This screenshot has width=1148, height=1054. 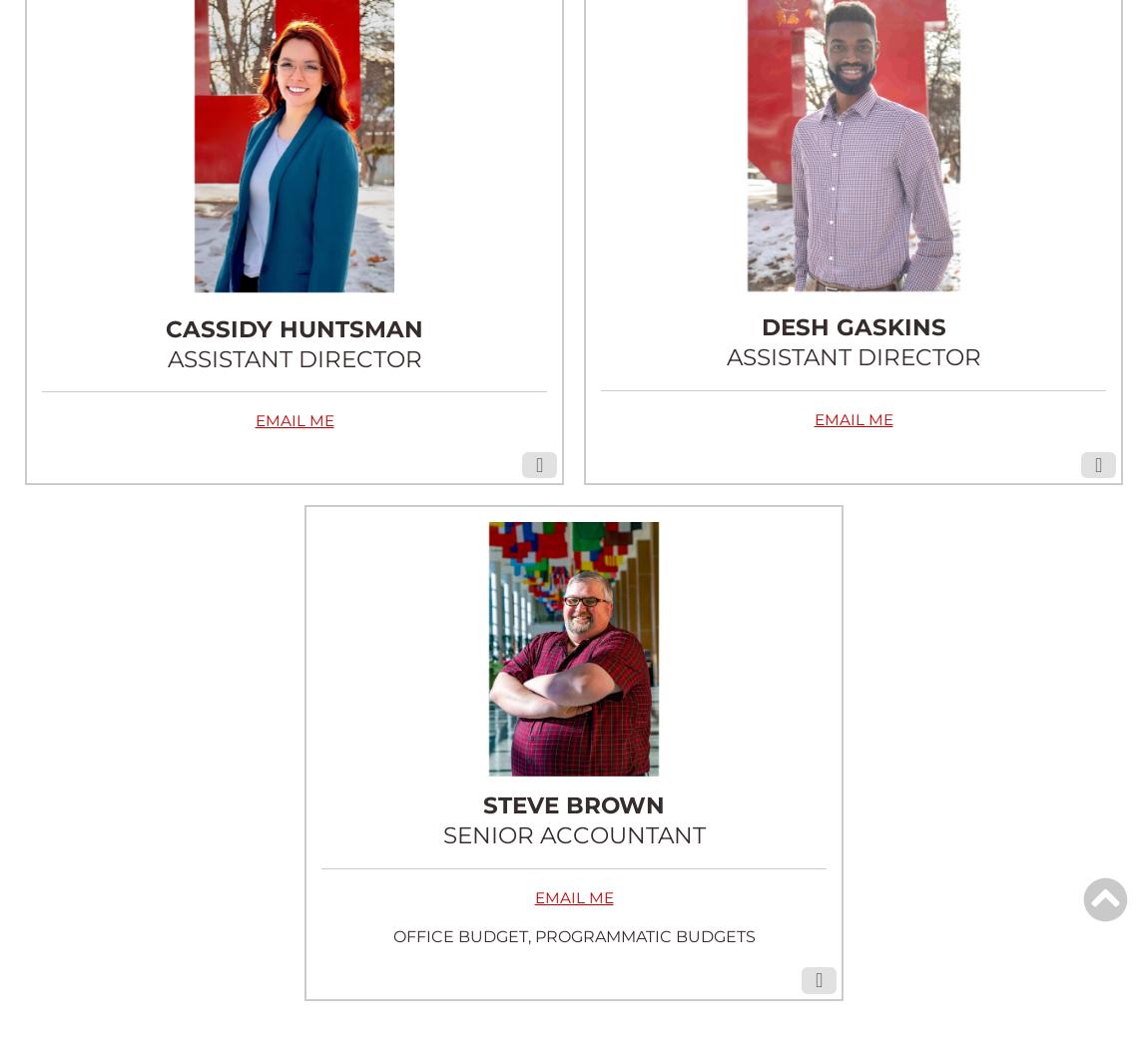 I want to click on 'OFFICE BUDGET, PROGRAMMATIC BUDGETS', so click(x=573, y=935).